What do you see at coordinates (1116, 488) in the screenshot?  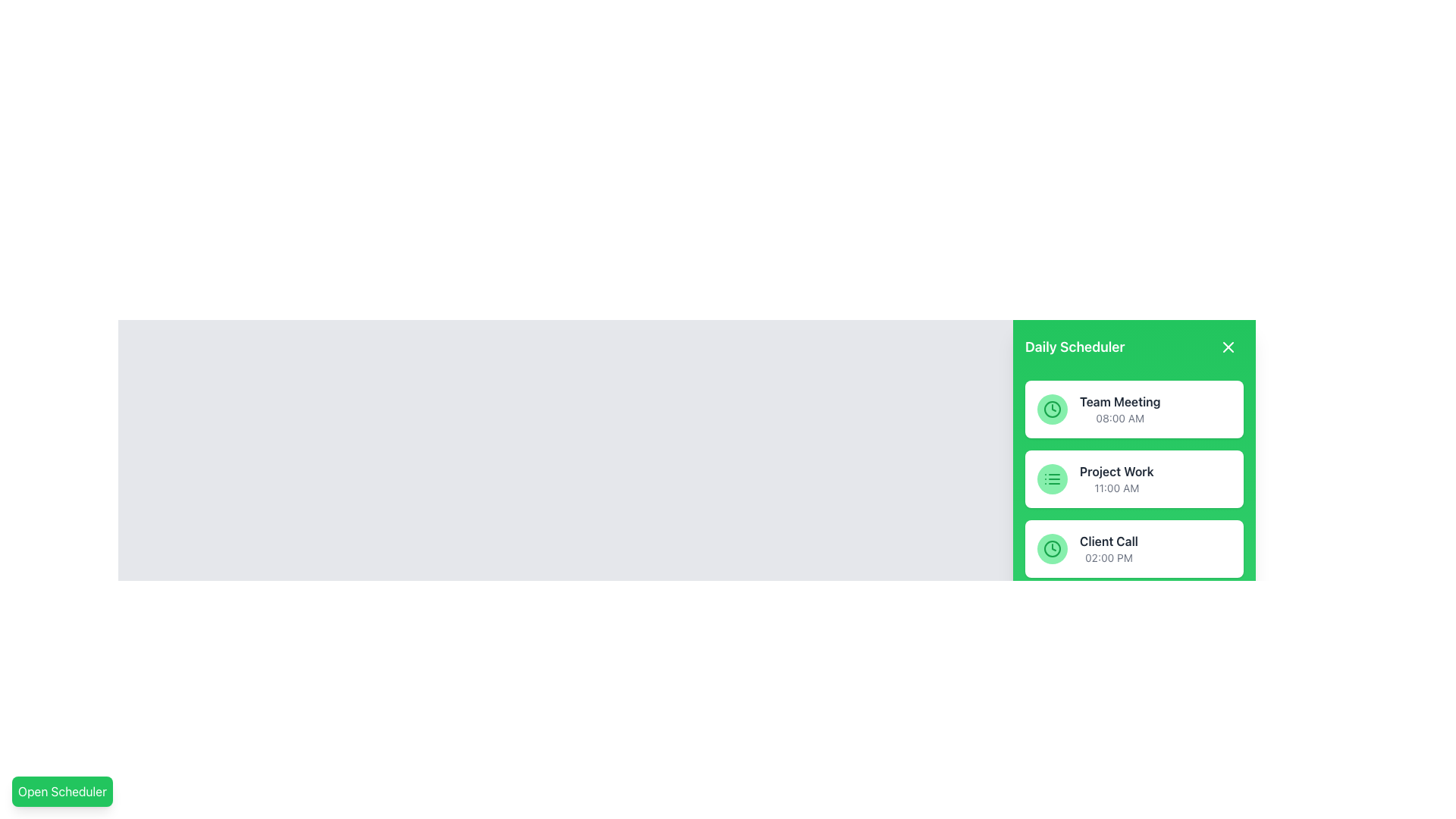 I see `text content of the informational Text label indicating the scheduled time for the 'Project Work' entry, located under the 'Daily Scheduler' section` at bounding box center [1116, 488].